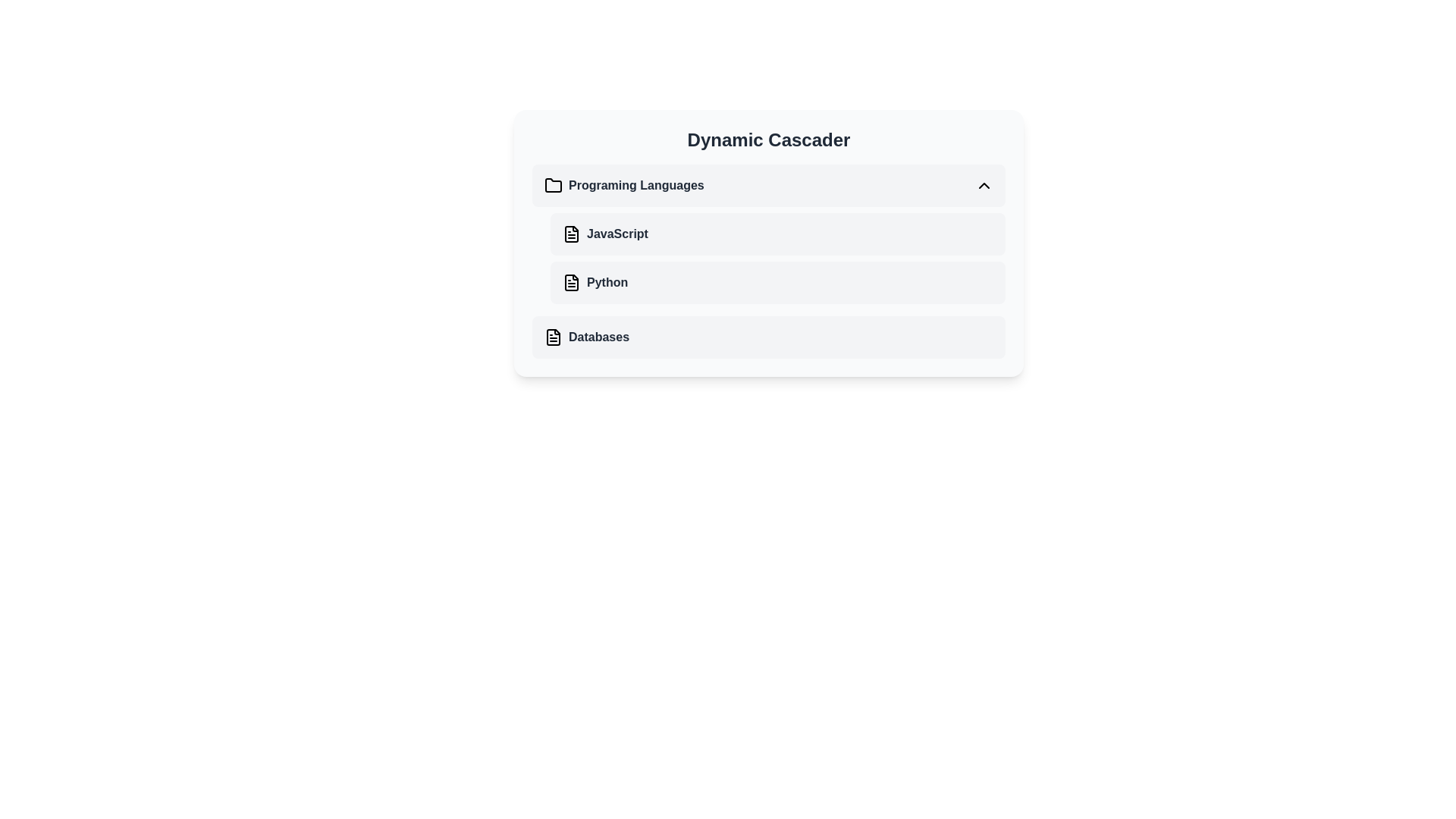 The image size is (1456, 819). Describe the element at coordinates (778, 283) in the screenshot. I see `the second selectable option in the 'Programming Languages' dropdown menu, which represents 'Python'` at that location.